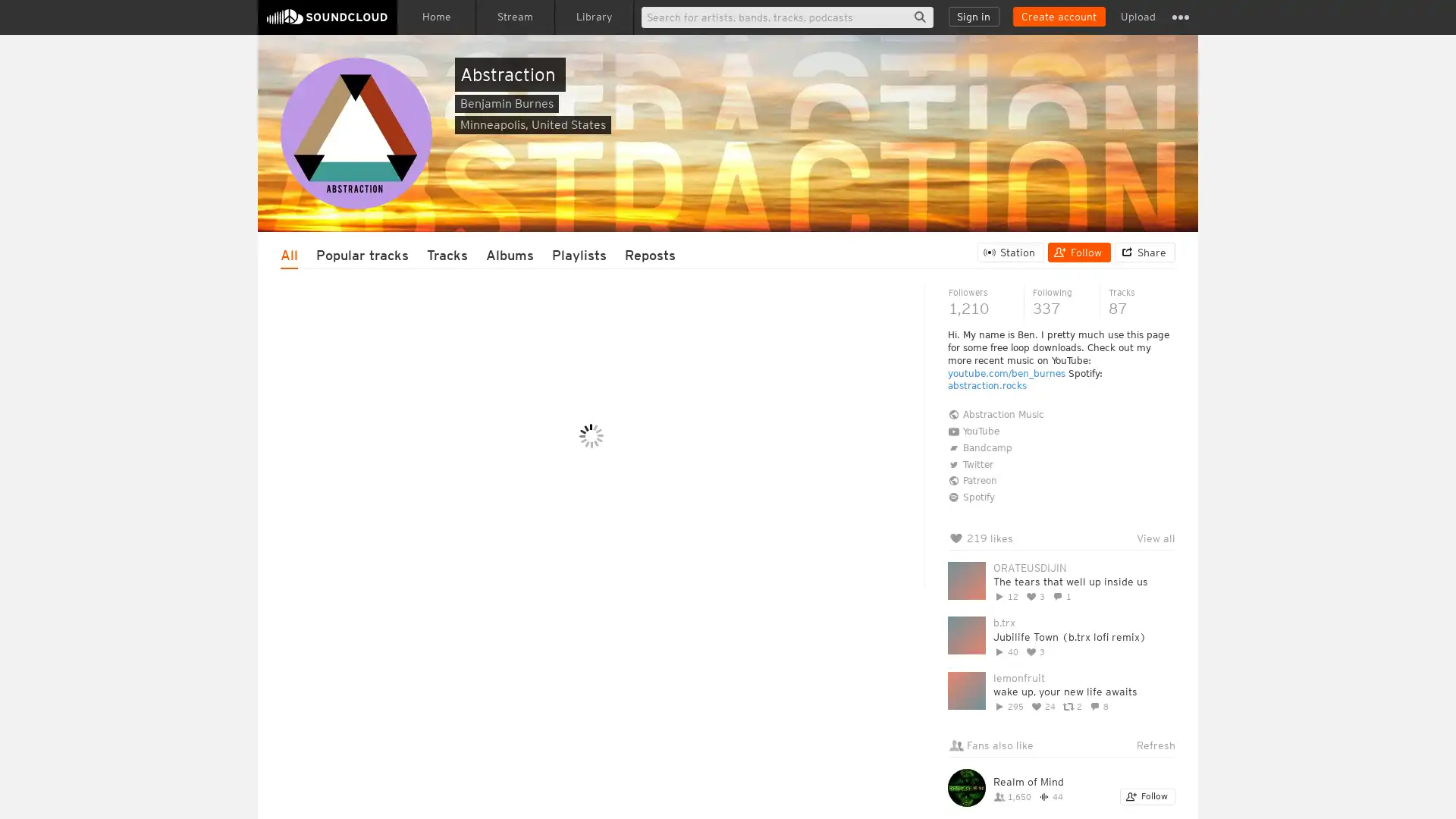  Describe the element at coordinates (974, 17) in the screenshot. I see `Sign in` at that location.